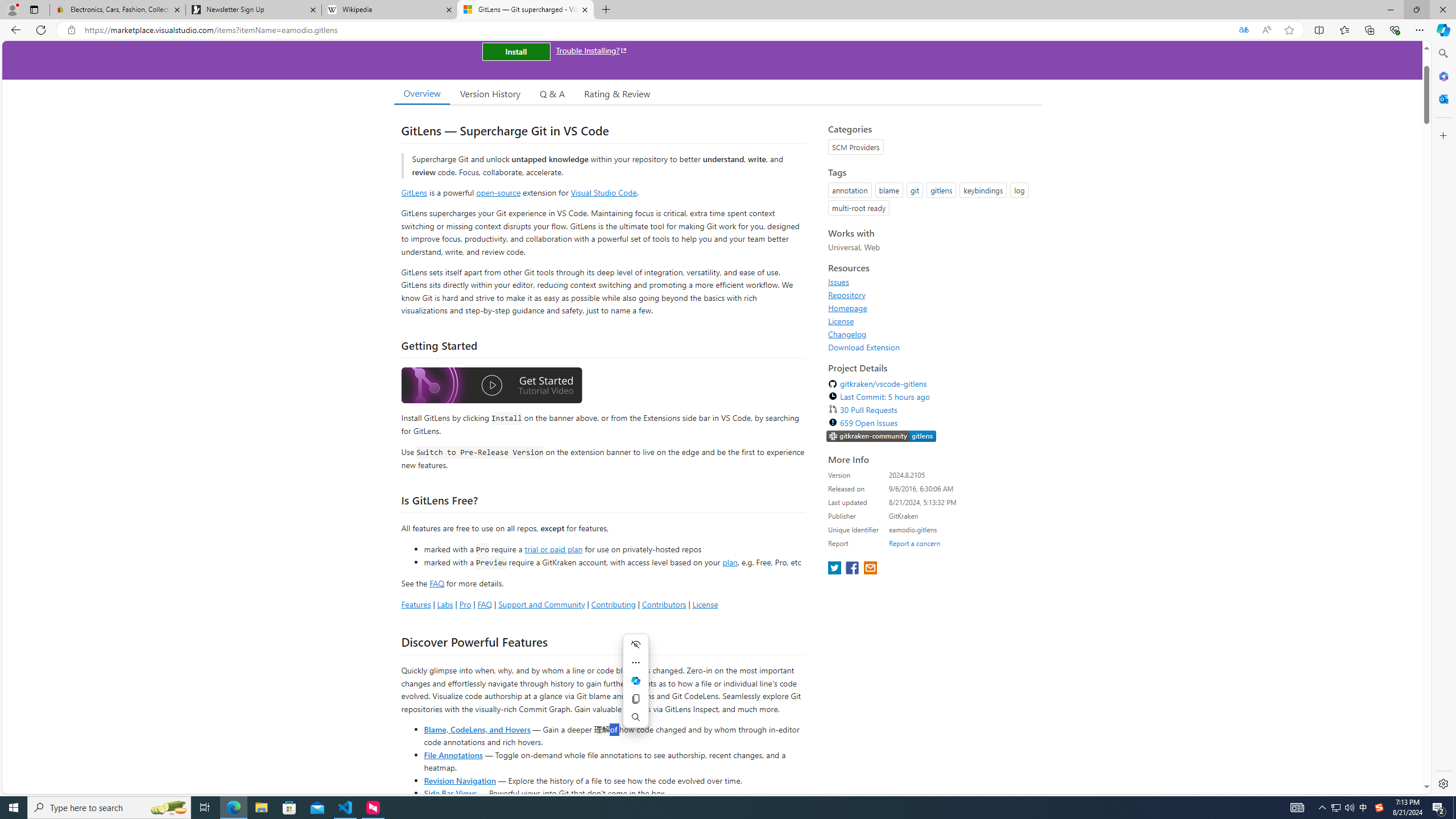  I want to click on 'Watch the GitLens Getting Started video', so click(491, 387).